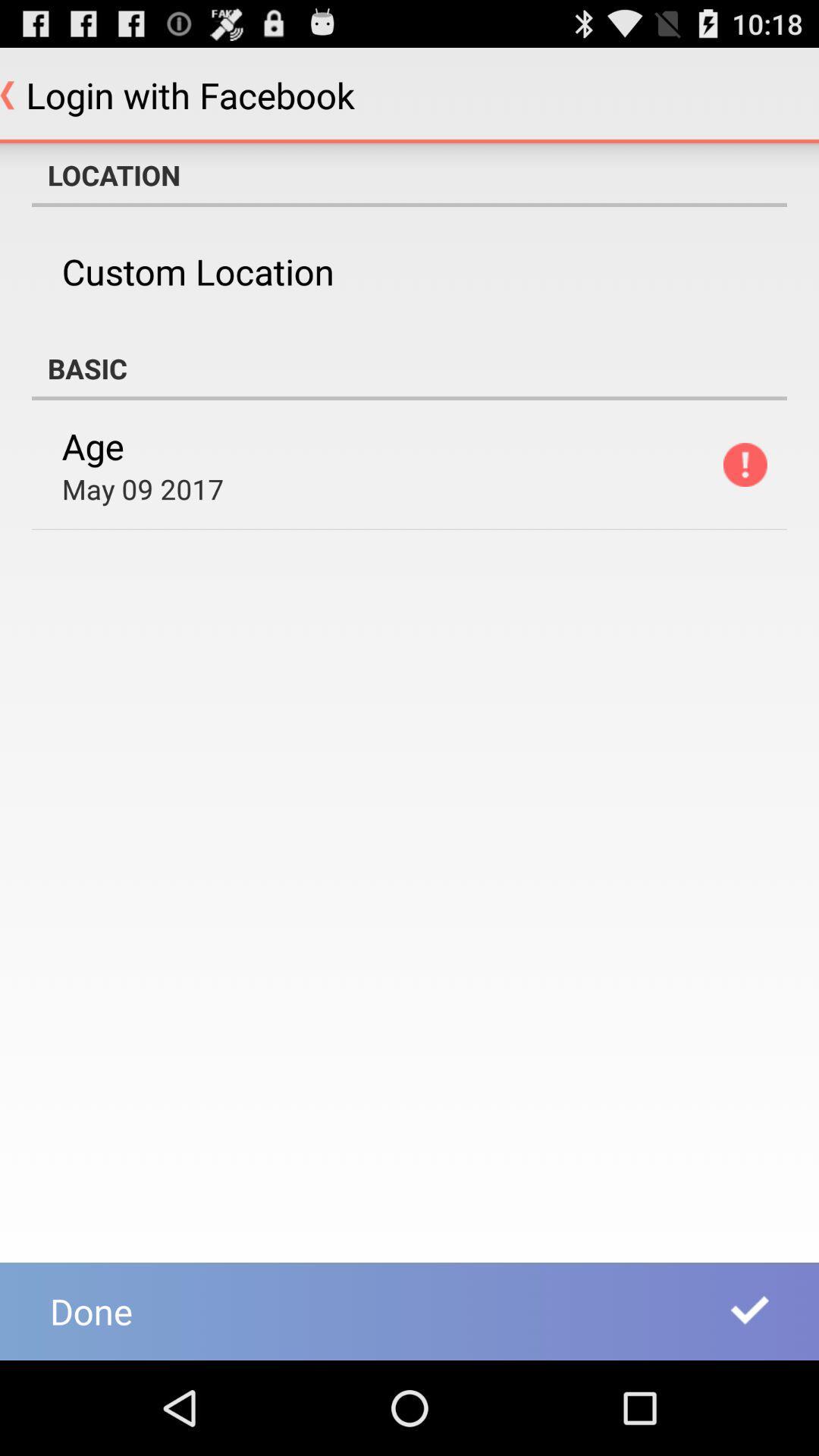 This screenshot has width=819, height=1456. I want to click on the age, so click(93, 445).